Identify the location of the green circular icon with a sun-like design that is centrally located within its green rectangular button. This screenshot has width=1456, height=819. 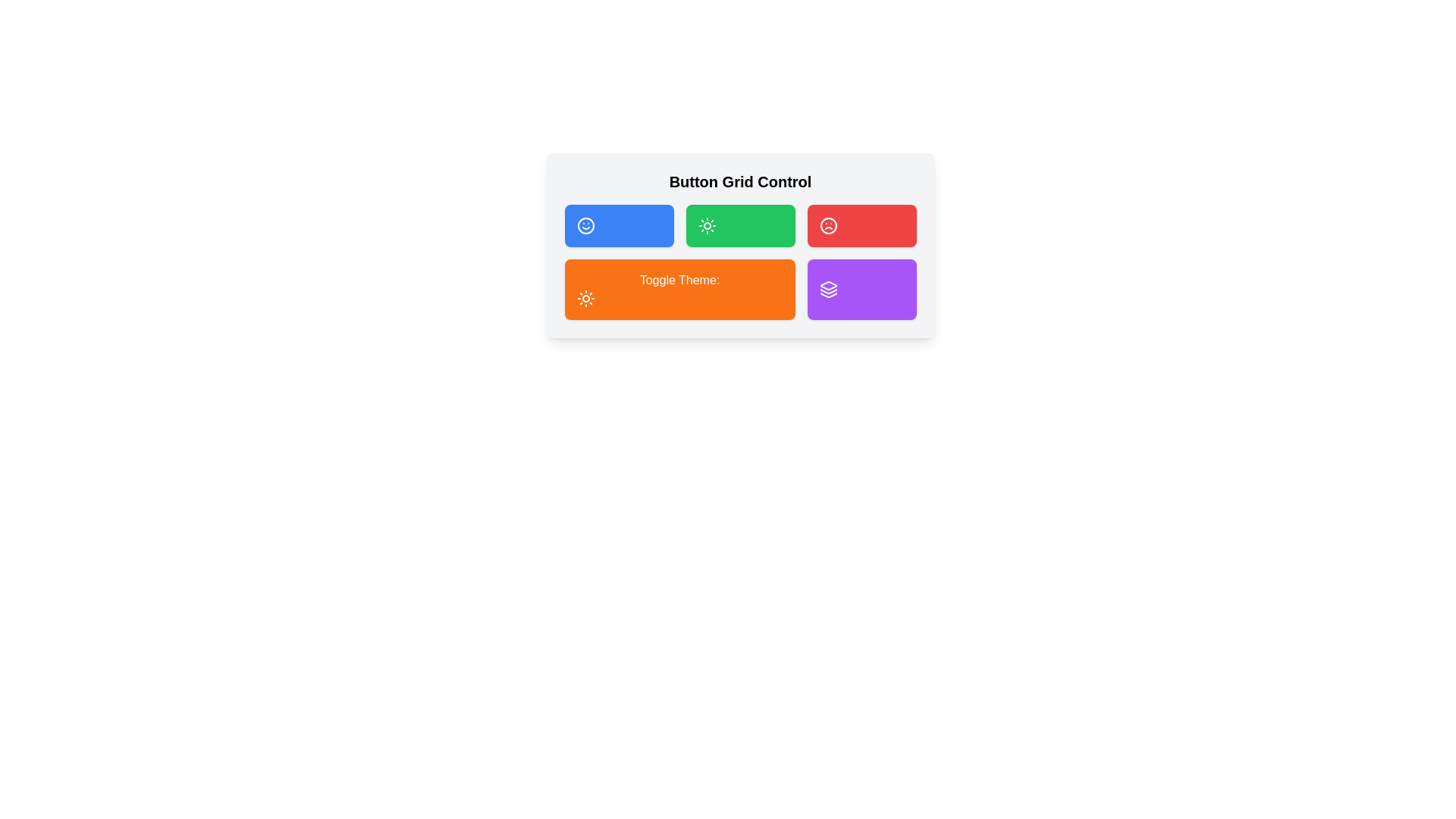
(706, 225).